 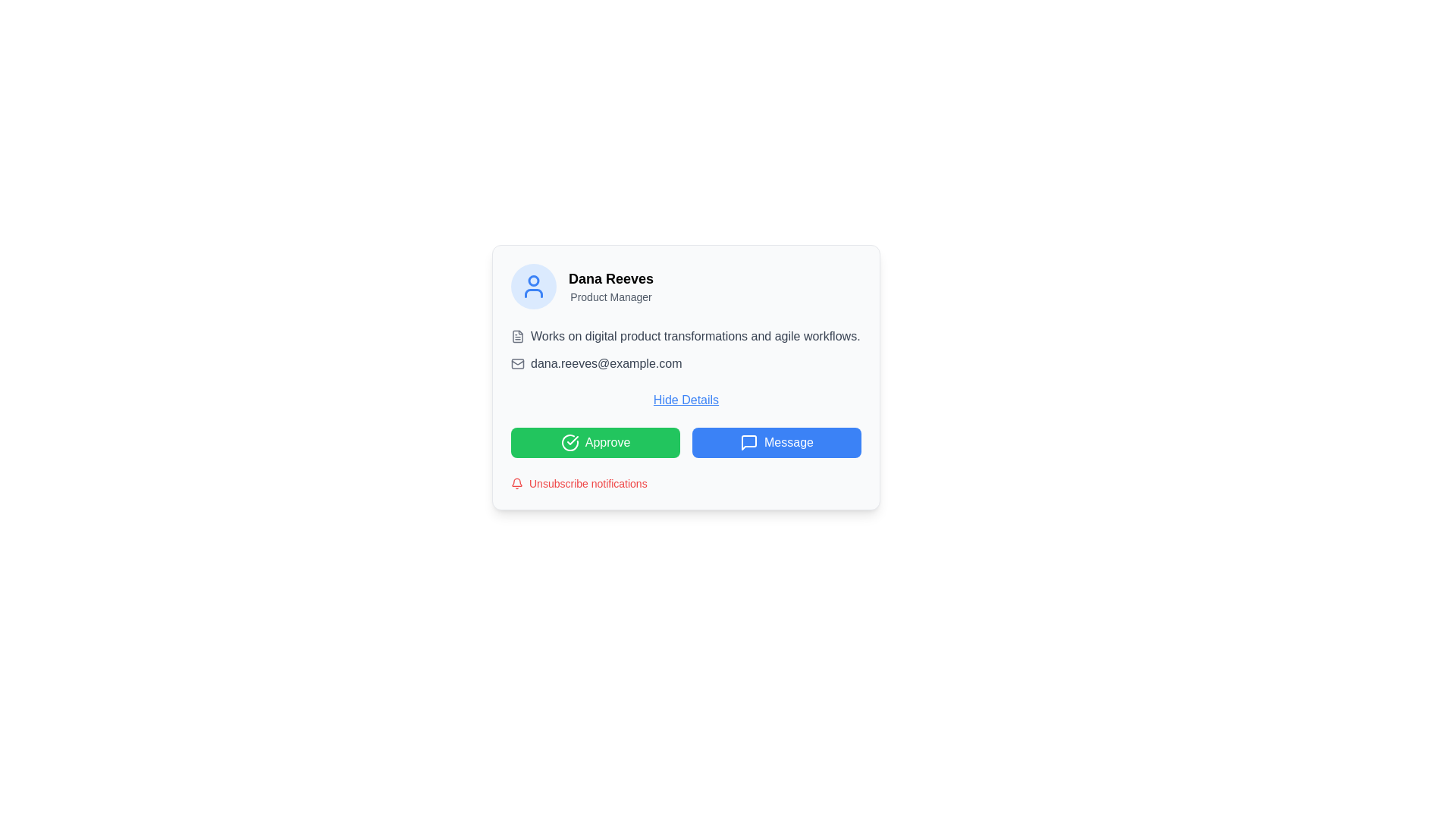 I want to click on the 'Approve' button located at the bottom of the card layout, so click(x=686, y=442).